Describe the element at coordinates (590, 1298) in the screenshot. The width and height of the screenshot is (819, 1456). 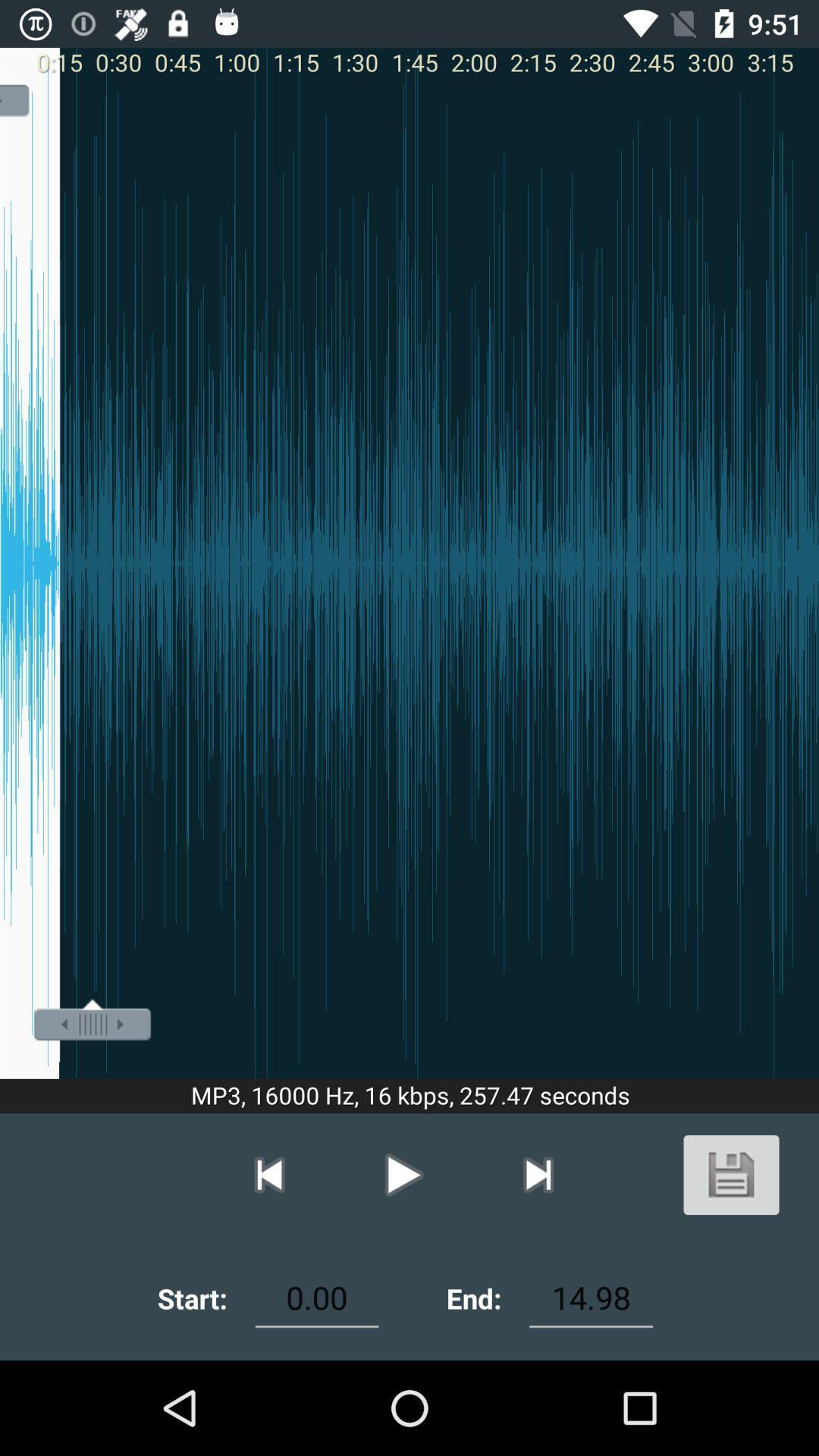
I see `the text field which is next to the end` at that location.